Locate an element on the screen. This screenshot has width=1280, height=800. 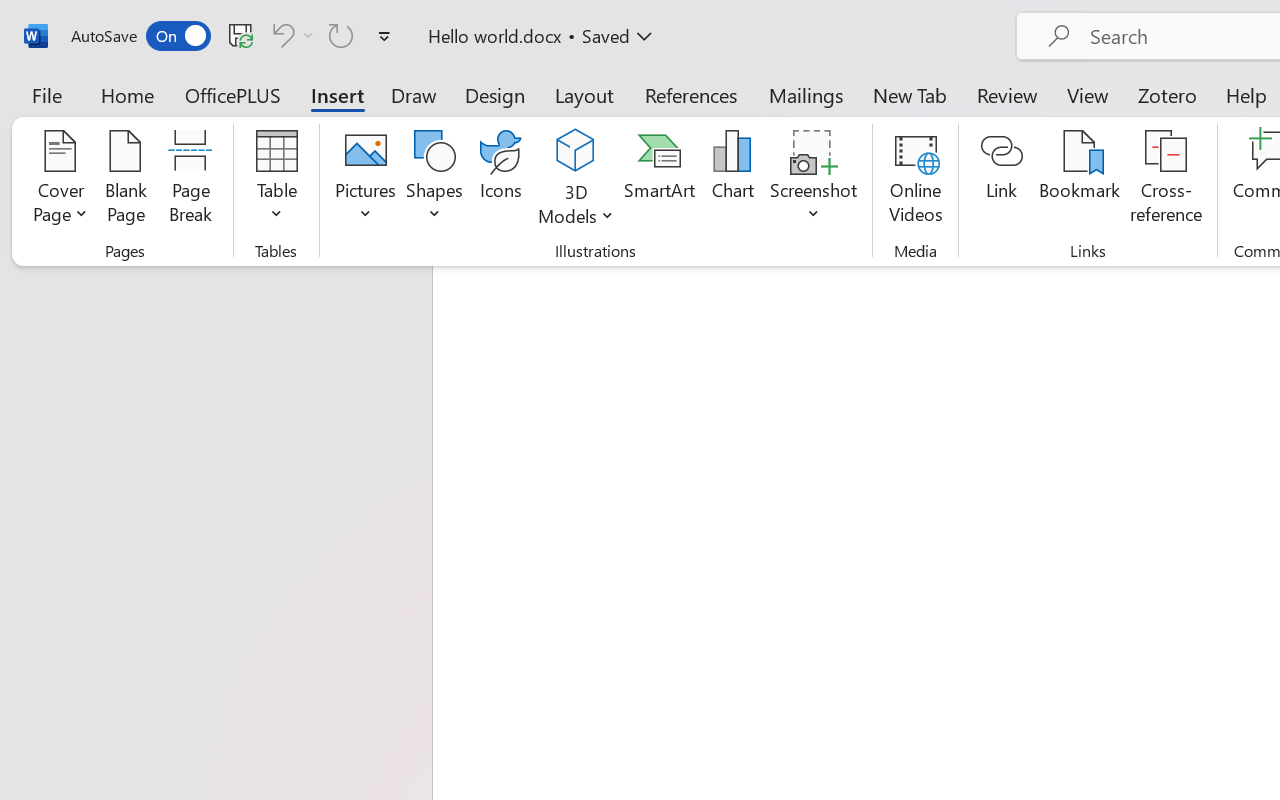
'Page Break' is located at coordinates (190, 179).